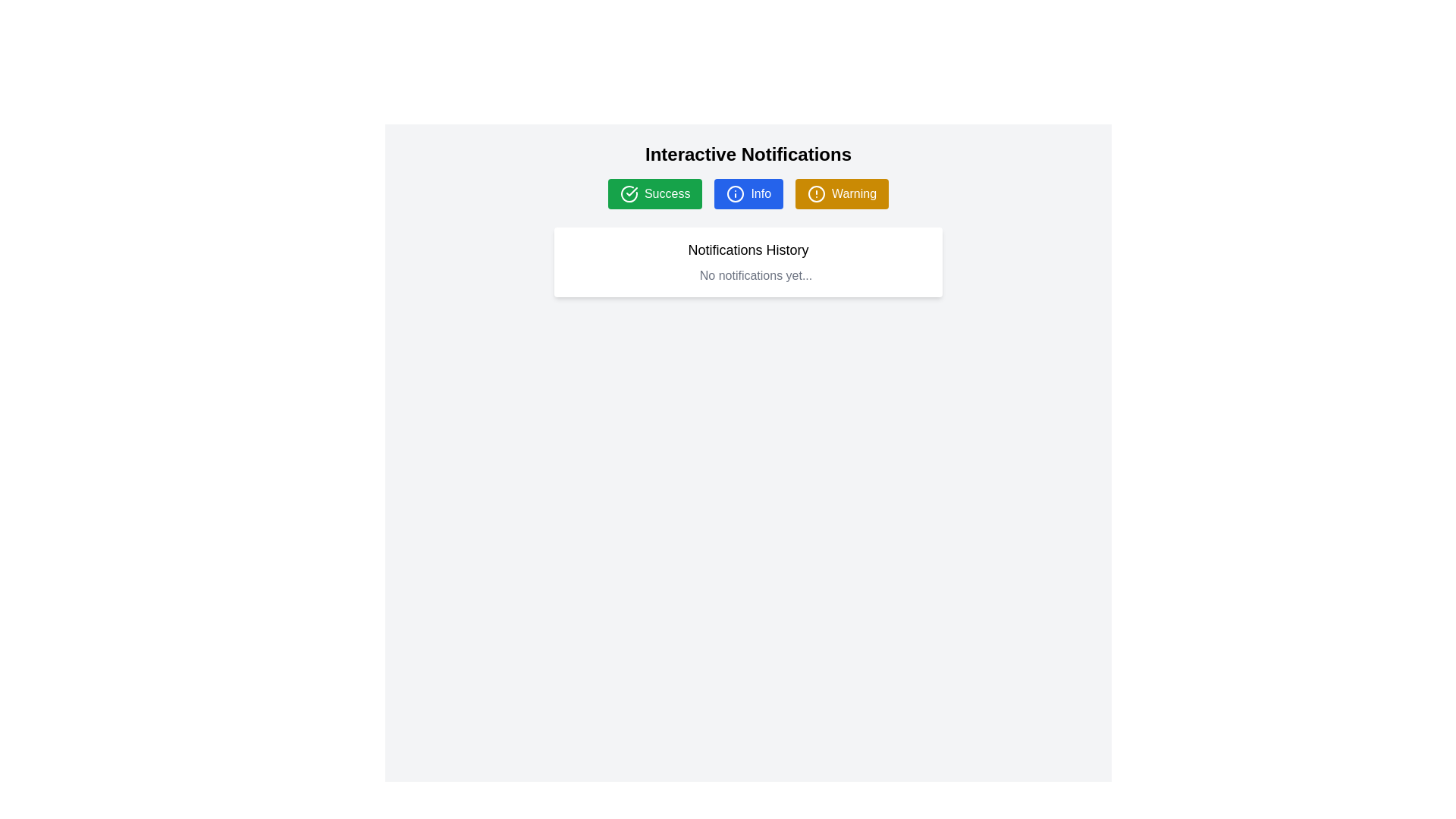 The width and height of the screenshot is (1456, 819). Describe the element at coordinates (748, 275) in the screenshot. I see `the text block displaying 'No notifications yet...' located under the 'Notifications History' title in the white card section` at that location.